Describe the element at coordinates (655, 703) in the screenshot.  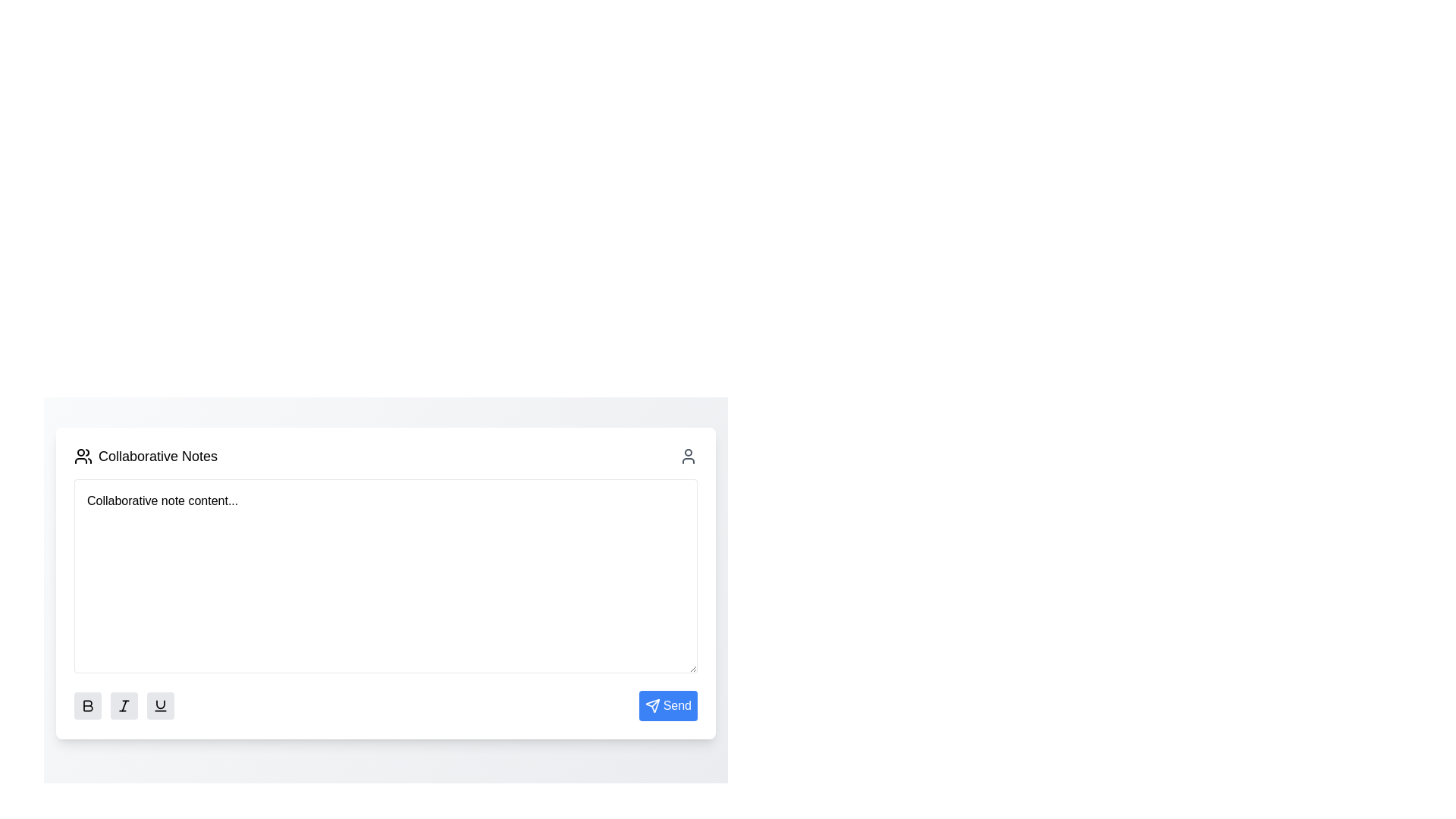
I see `the vector line element that represents a 'send' action, located on the bottom-right corner adjacent to the 'Collaborative Notes' text input area` at that location.